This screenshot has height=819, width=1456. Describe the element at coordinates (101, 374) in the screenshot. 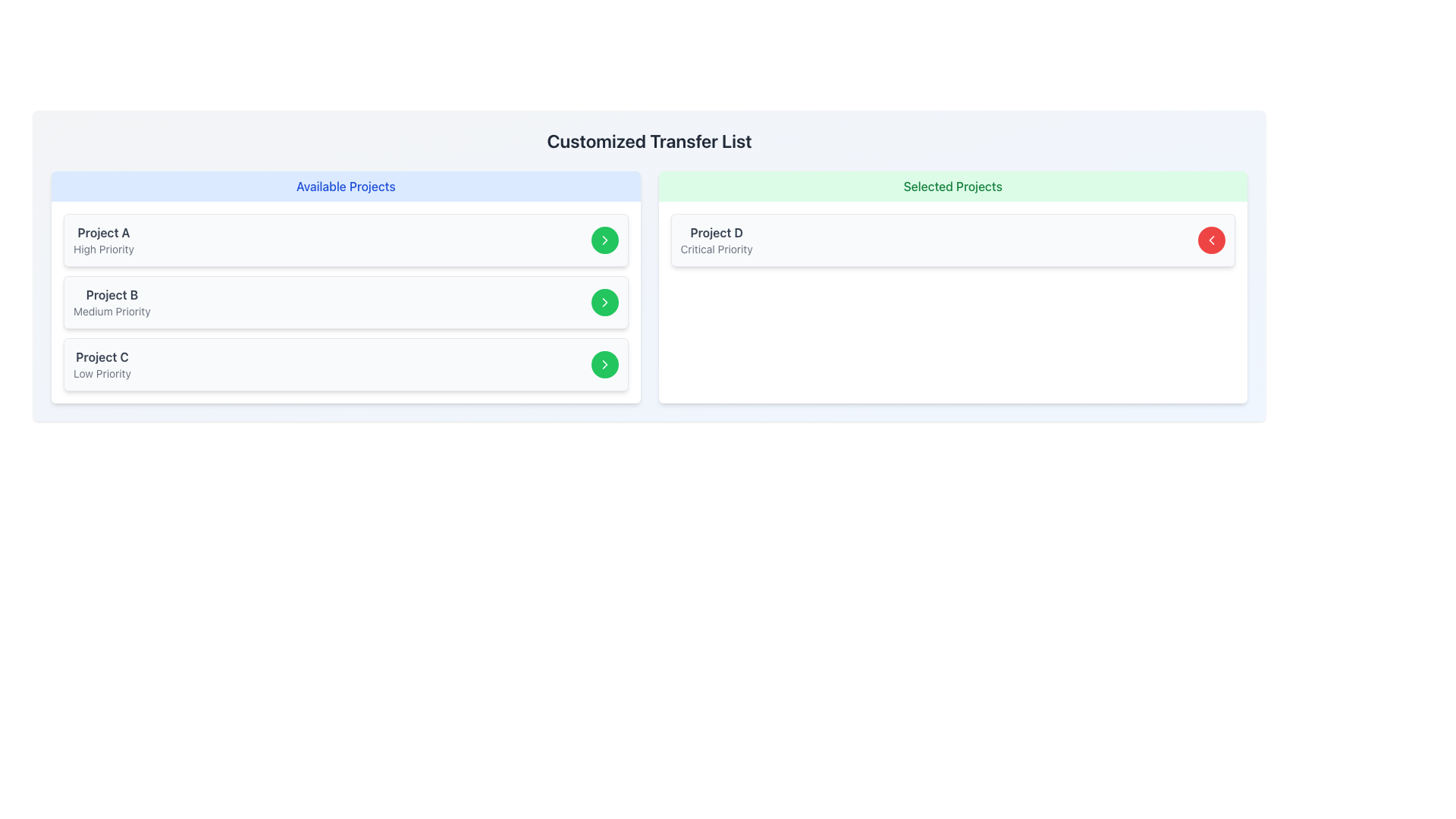

I see `the 'Low Priority' text label located below the title of the 'Project C' card in the third item of the 'Available Projects' list` at that location.